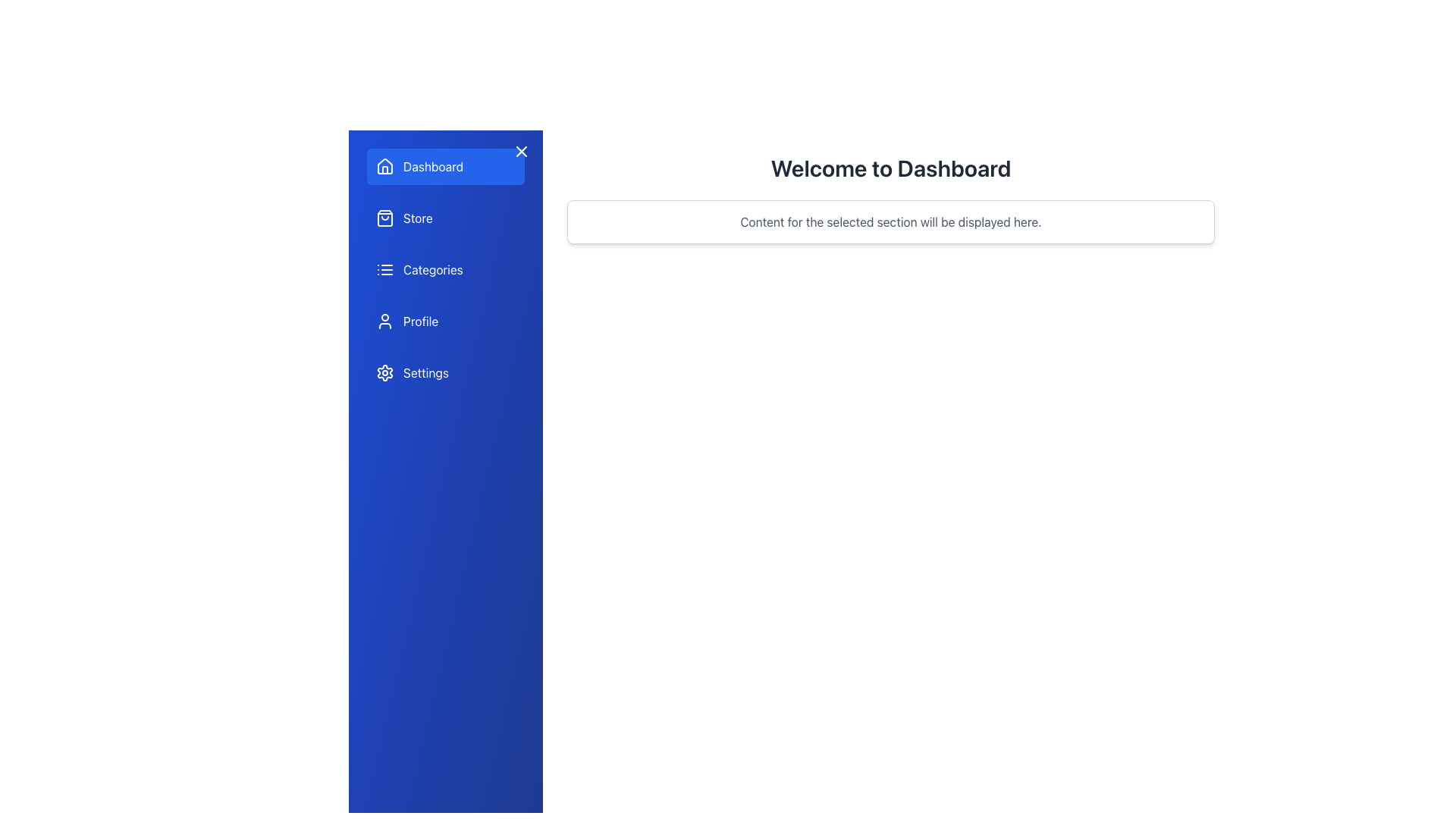 This screenshot has height=819, width=1456. Describe the element at coordinates (445, 218) in the screenshot. I see `the navigation menu item labeled 'Store' on the left-hand sidebar` at that location.